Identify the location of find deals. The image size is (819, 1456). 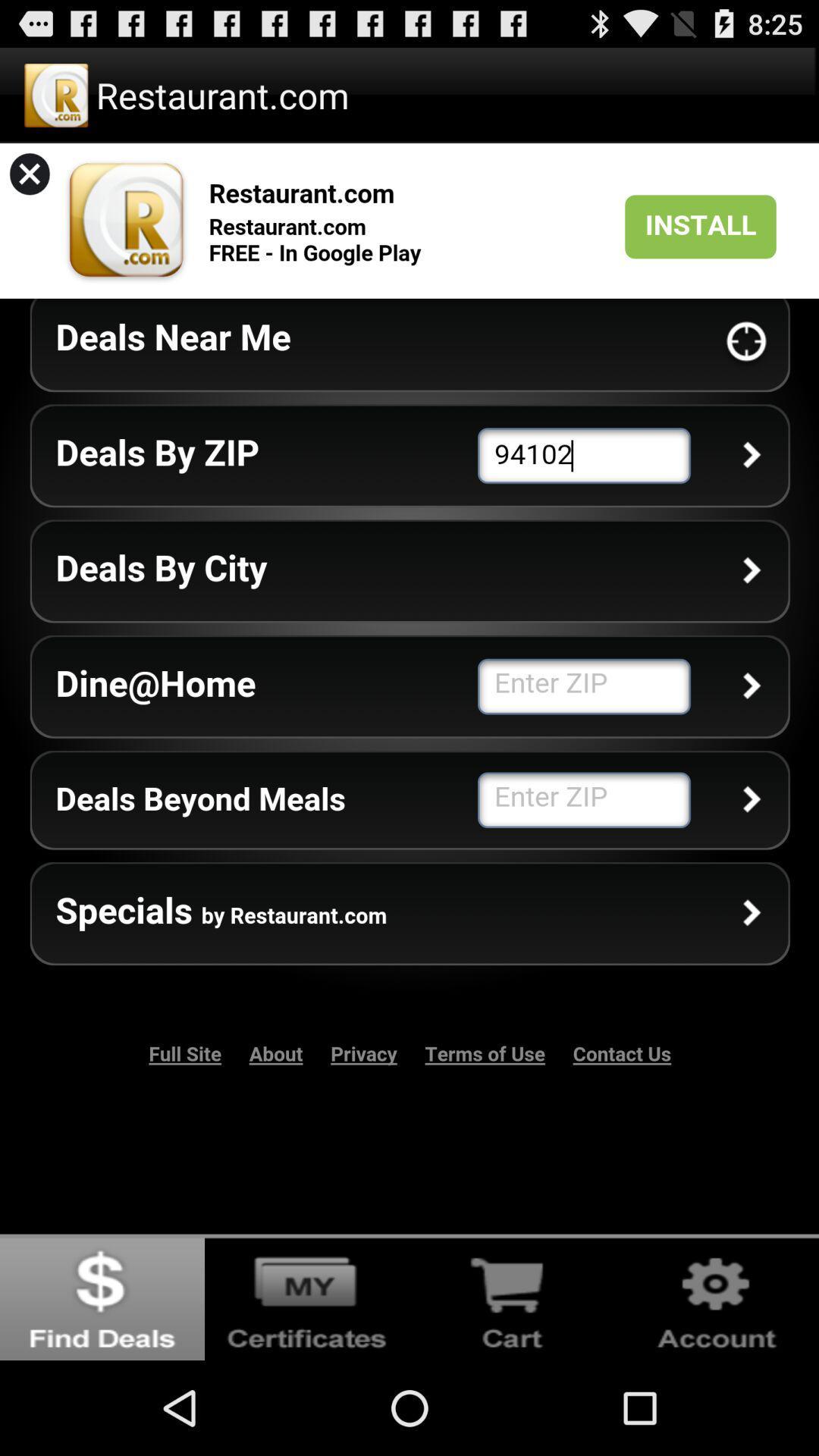
(102, 1296).